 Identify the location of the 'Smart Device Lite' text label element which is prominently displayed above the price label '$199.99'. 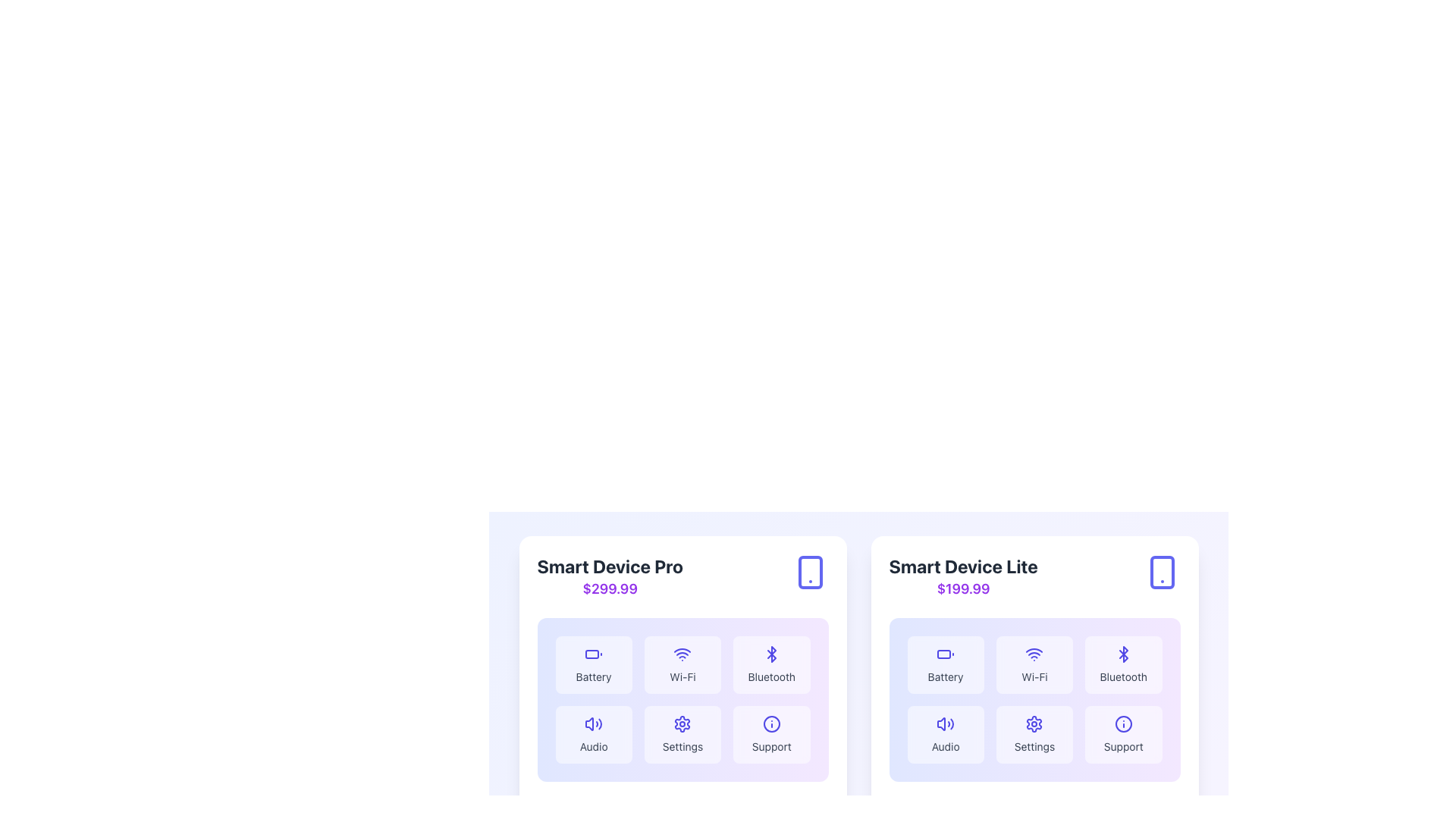
(962, 566).